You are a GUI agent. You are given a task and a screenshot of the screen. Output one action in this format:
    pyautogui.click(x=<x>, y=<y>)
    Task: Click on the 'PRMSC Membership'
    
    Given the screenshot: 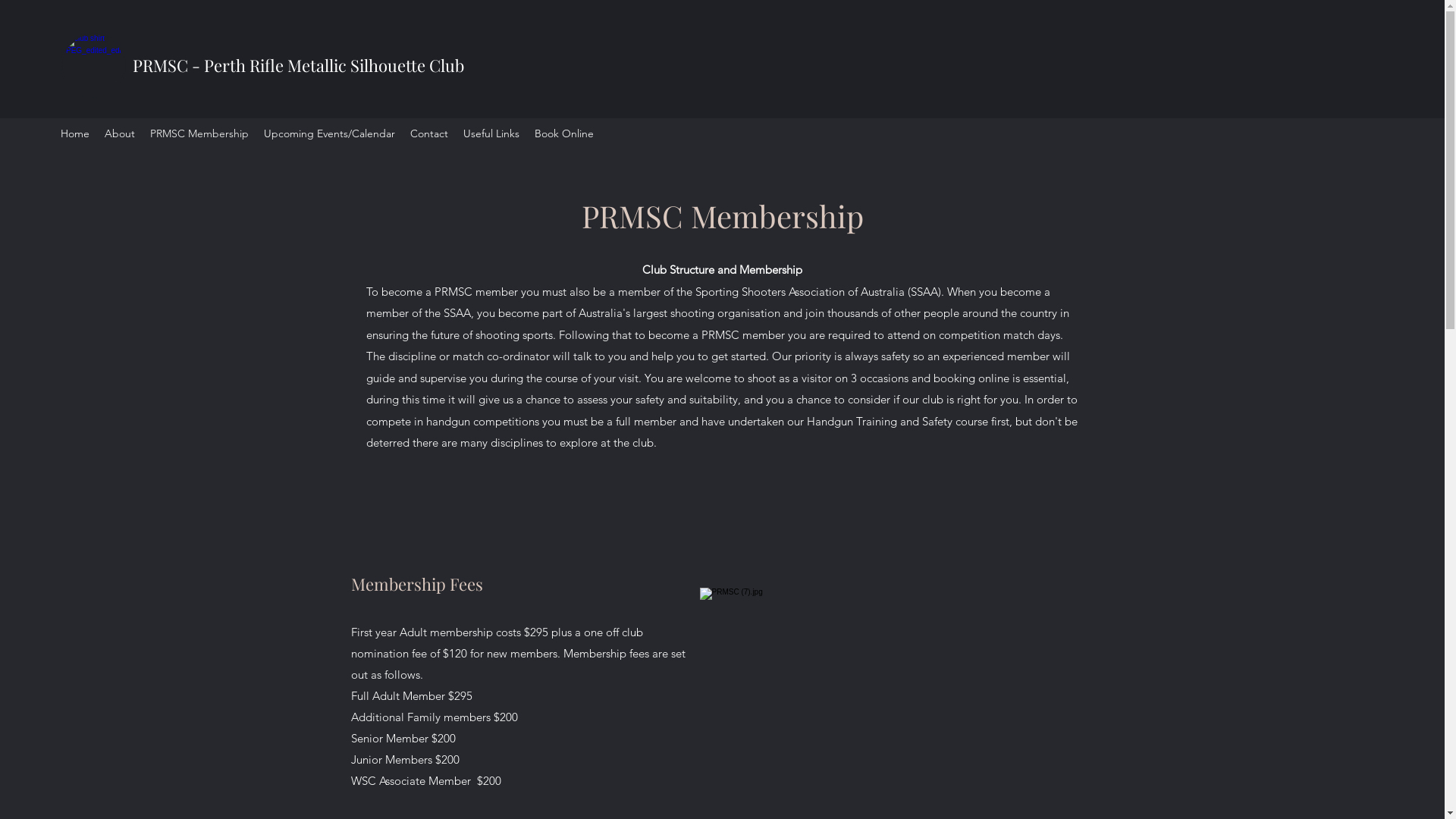 What is the action you would take?
    pyautogui.click(x=199, y=133)
    